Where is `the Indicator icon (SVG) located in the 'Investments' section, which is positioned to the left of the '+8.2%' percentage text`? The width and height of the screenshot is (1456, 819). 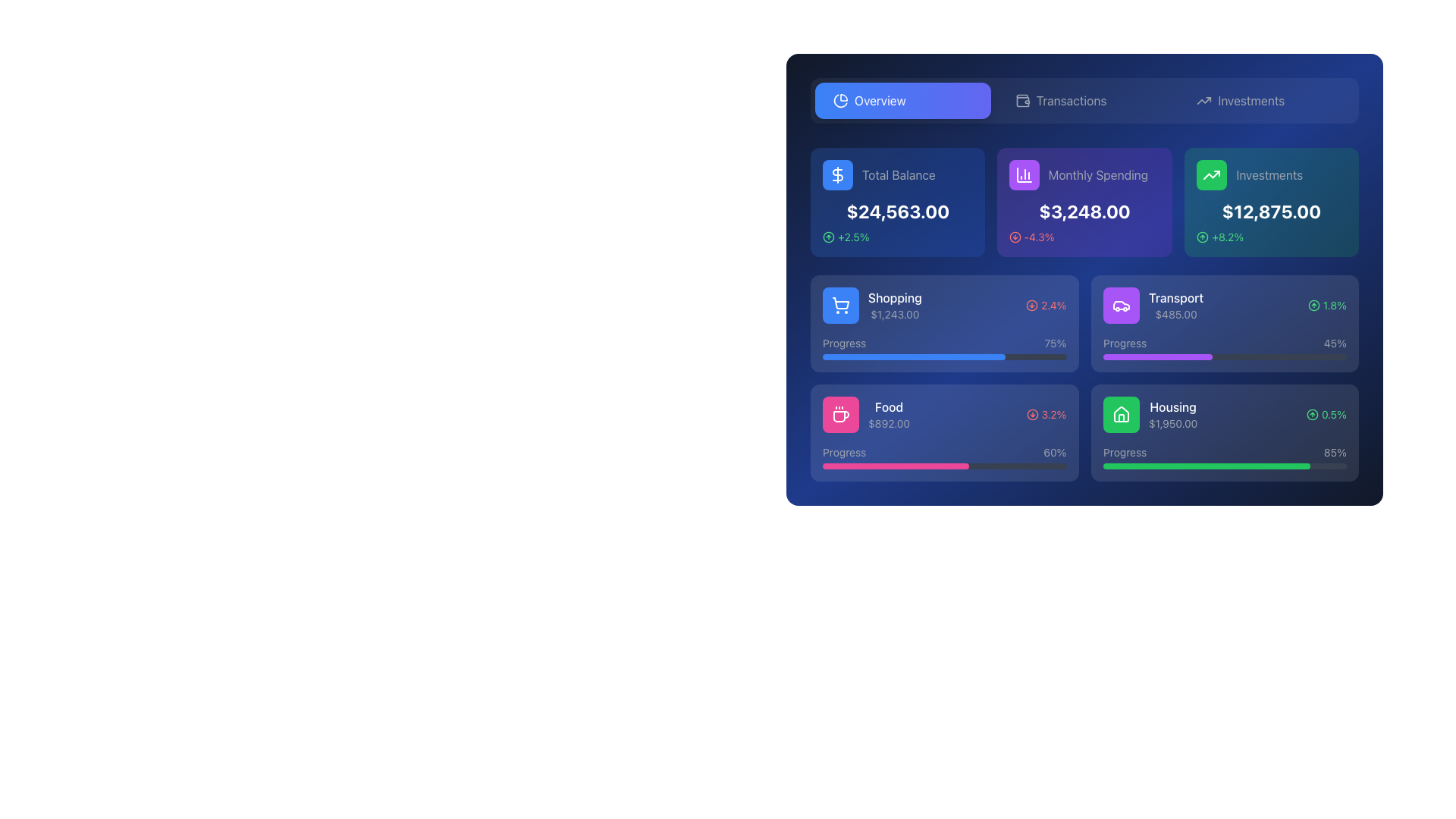 the Indicator icon (SVG) located in the 'Investments' section, which is positioned to the left of the '+8.2%' percentage text is located at coordinates (1201, 237).